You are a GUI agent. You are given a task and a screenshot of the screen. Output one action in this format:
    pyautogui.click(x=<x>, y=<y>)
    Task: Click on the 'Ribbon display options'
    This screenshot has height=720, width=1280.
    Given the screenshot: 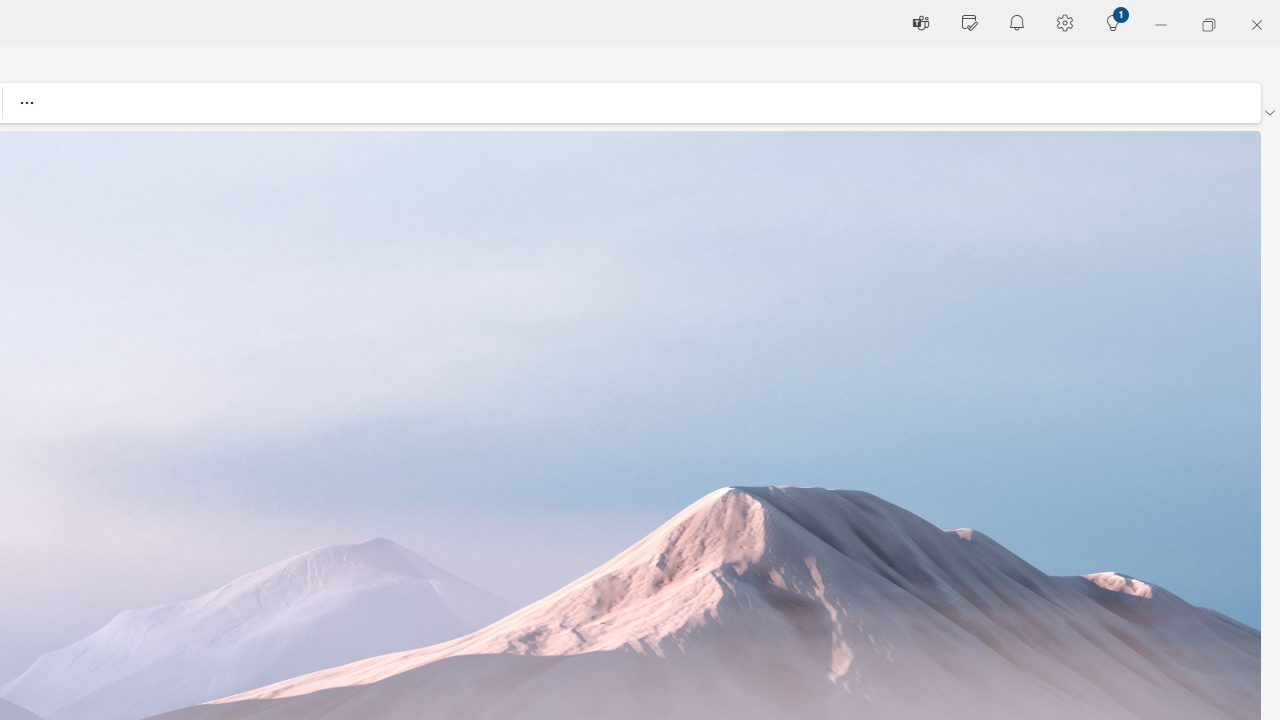 What is the action you would take?
    pyautogui.click(x=1268, y=113)
    